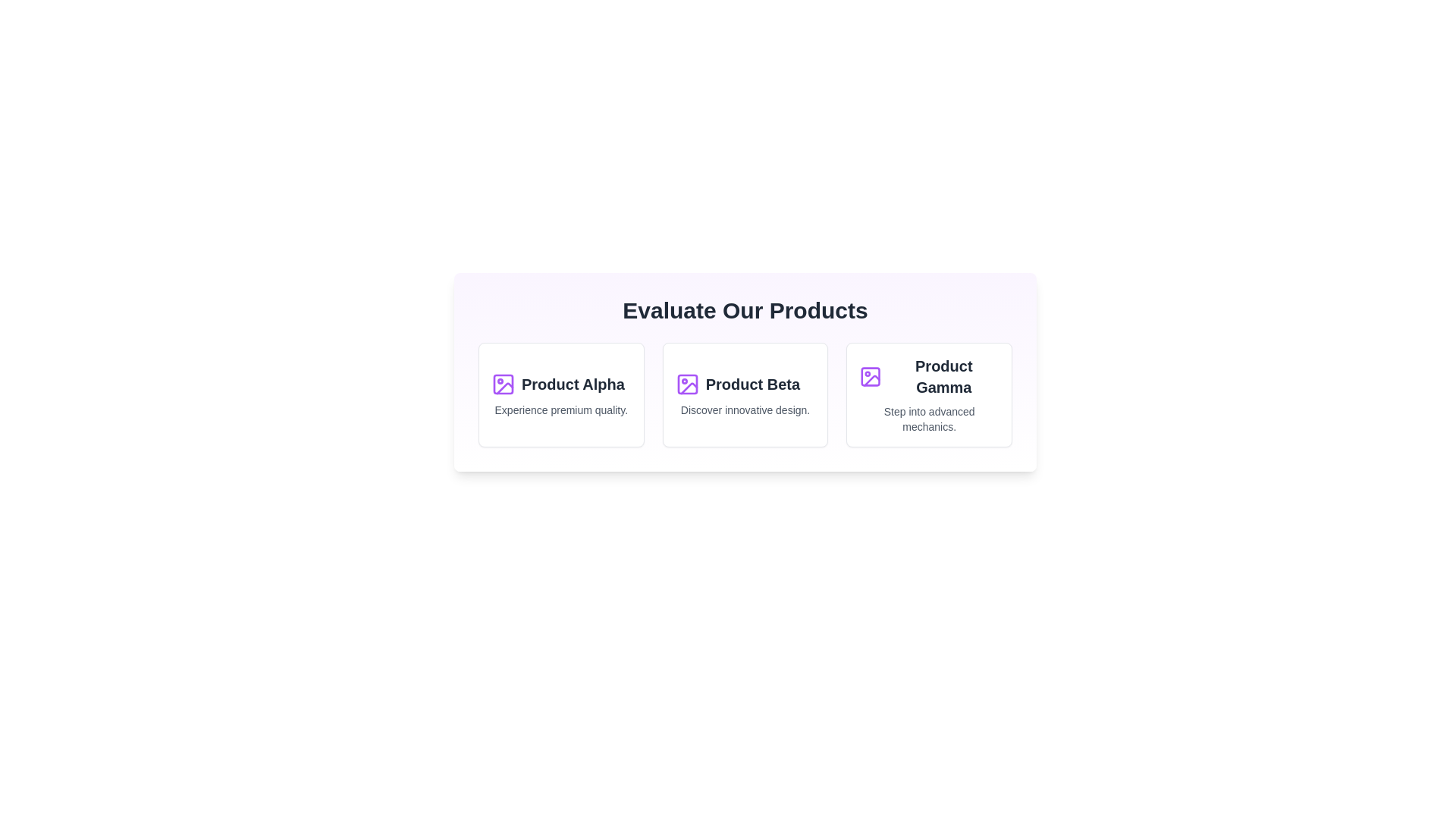 Image resolution: width=1456 pixels, height=819 pixels. I want to click on the text label that says 'Discover innovative design.' which is styled in gray and located beneath the 'Product Beta' heading in the middle card, so click(745, 409).